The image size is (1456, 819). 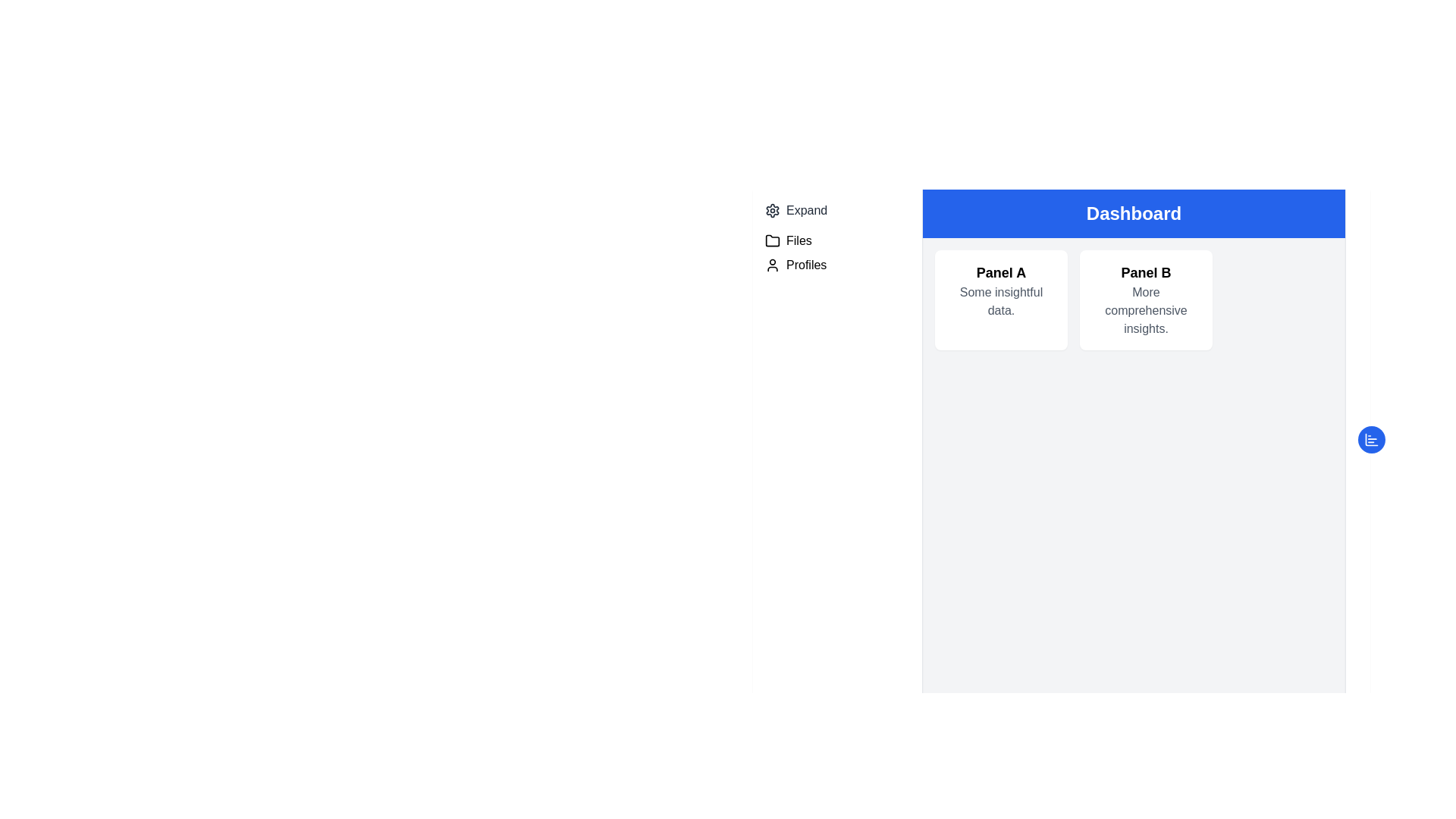 I want to click on the folder icon located to the left of the text label 'Files' in the top-center region of the sidebar, so click(x=772, y=240).